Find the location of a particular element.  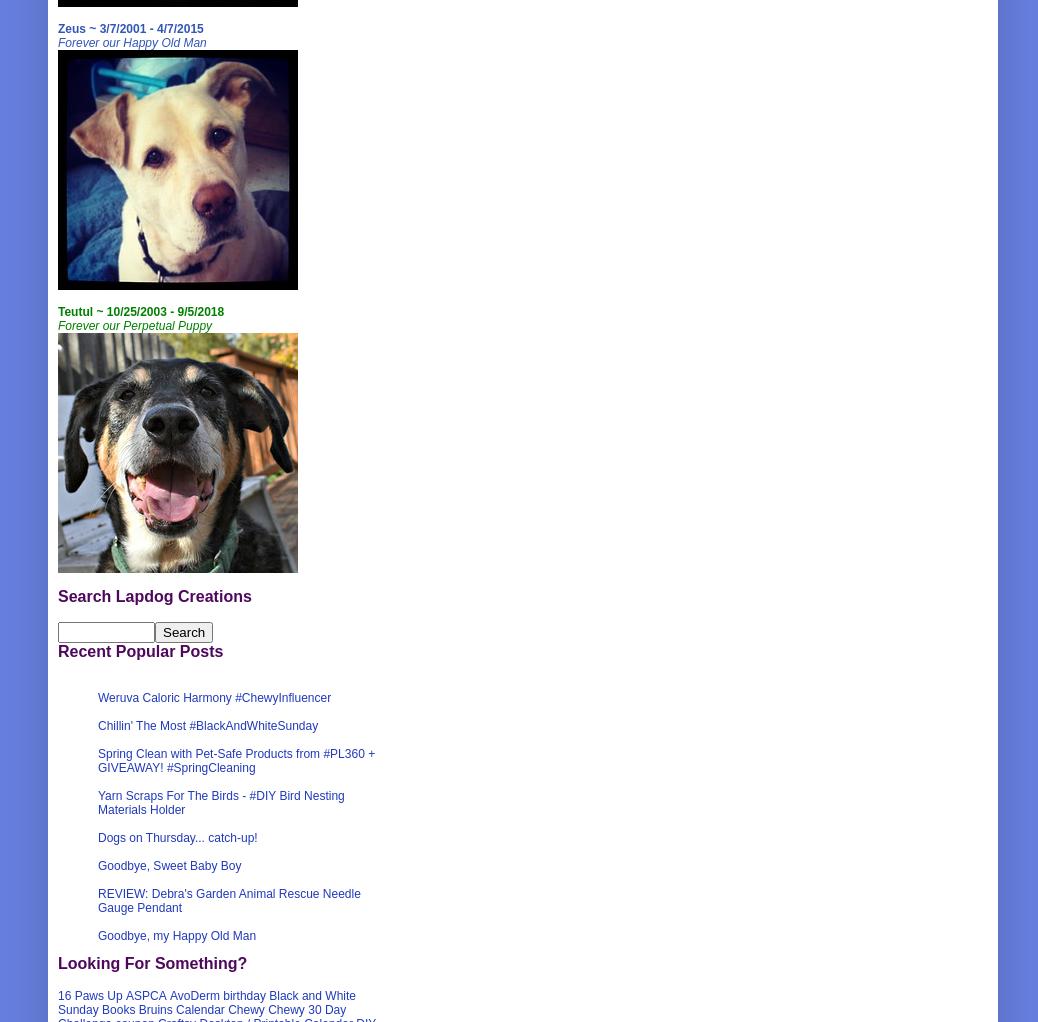

'Dogs on Thursday... catch-up!' is located at coordinates (176, 837).